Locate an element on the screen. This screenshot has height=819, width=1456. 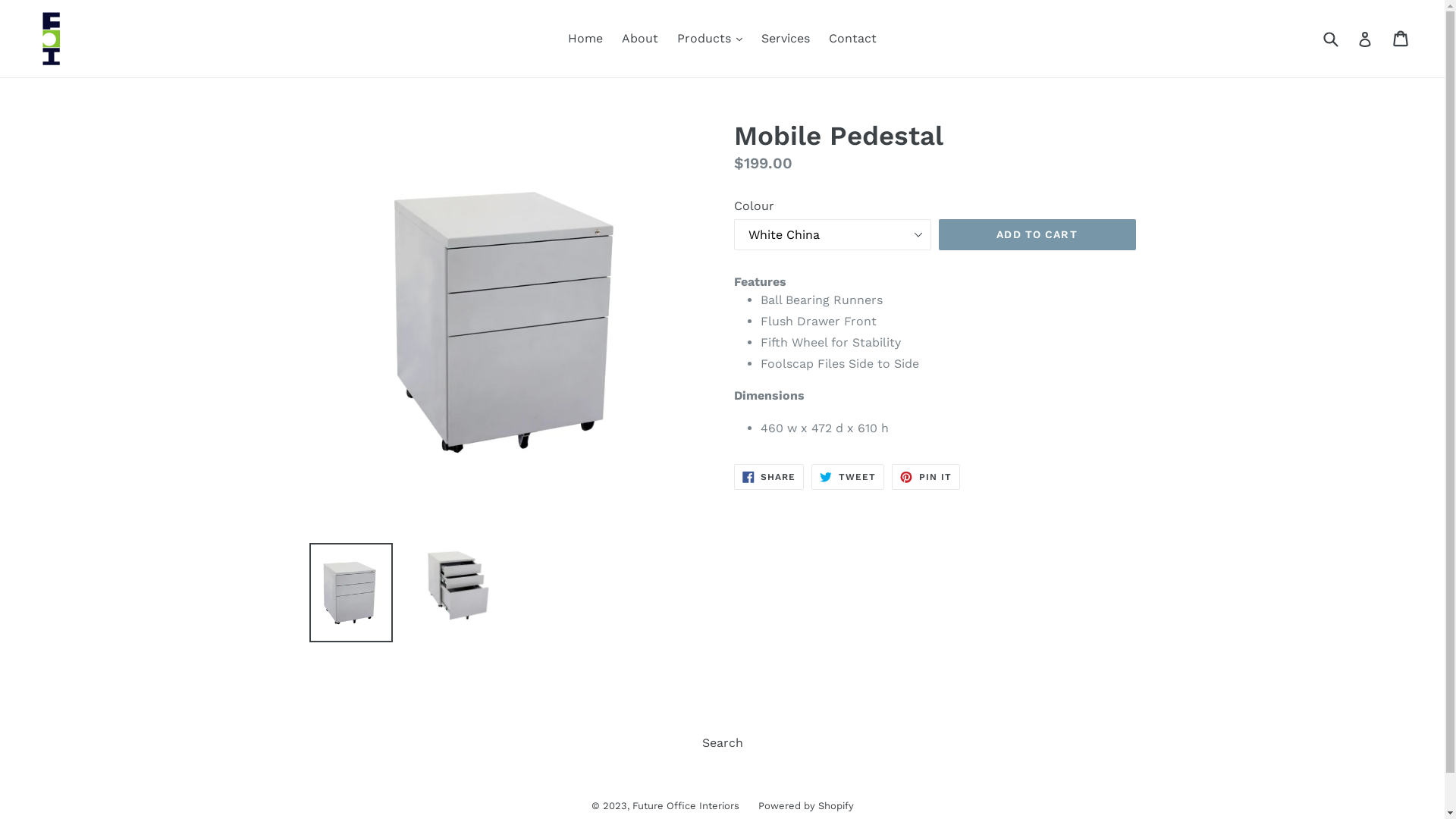
'TWEET is located at coordinates (847, 475).